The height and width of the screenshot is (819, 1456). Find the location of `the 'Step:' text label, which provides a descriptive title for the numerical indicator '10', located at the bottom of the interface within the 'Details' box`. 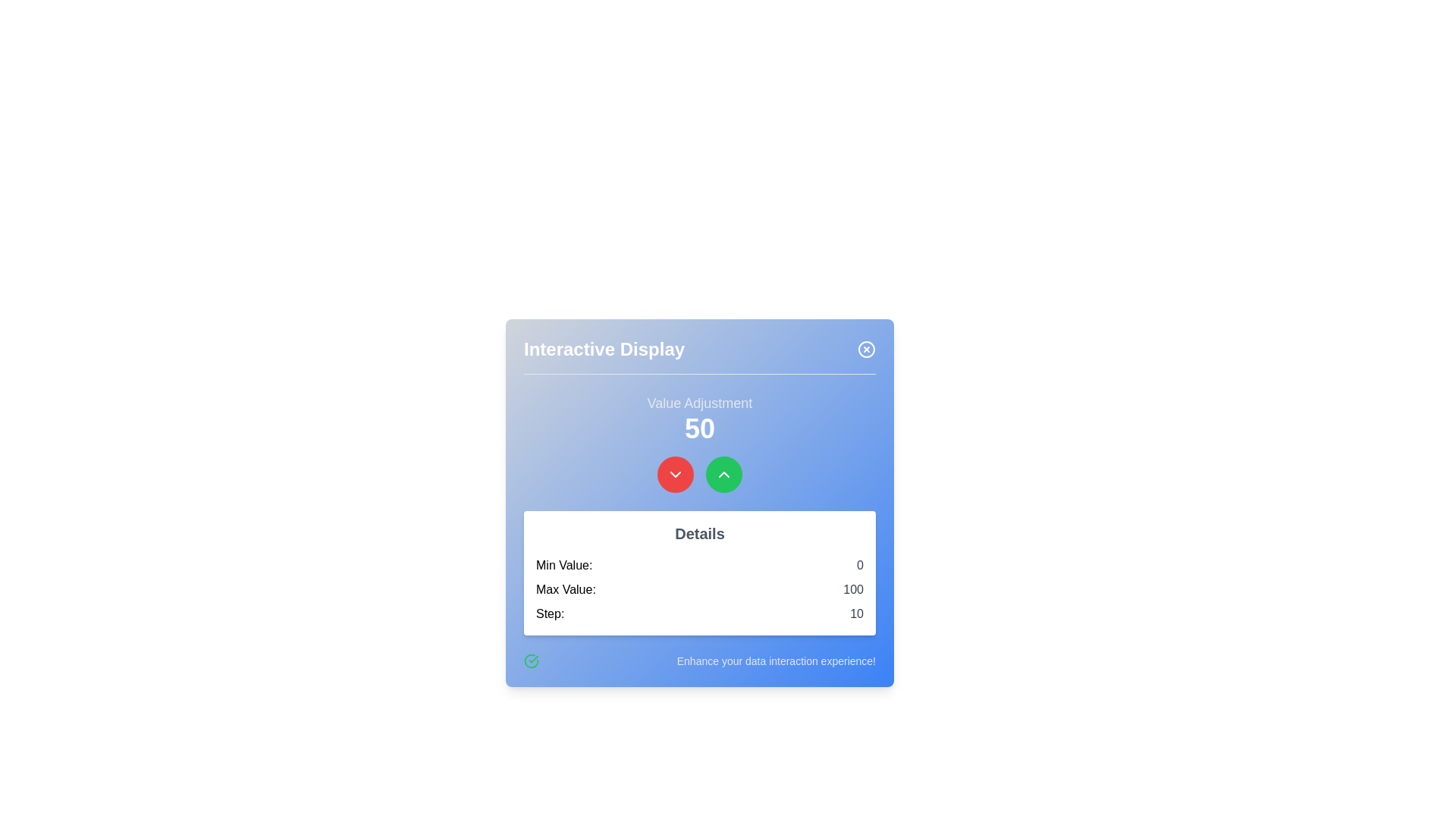

the 'Step:' text label, which provides a descriptive title for the numerical indicator '10', located at the bottom of the interface within the 'Details' box is located at coordinates (549, 614).